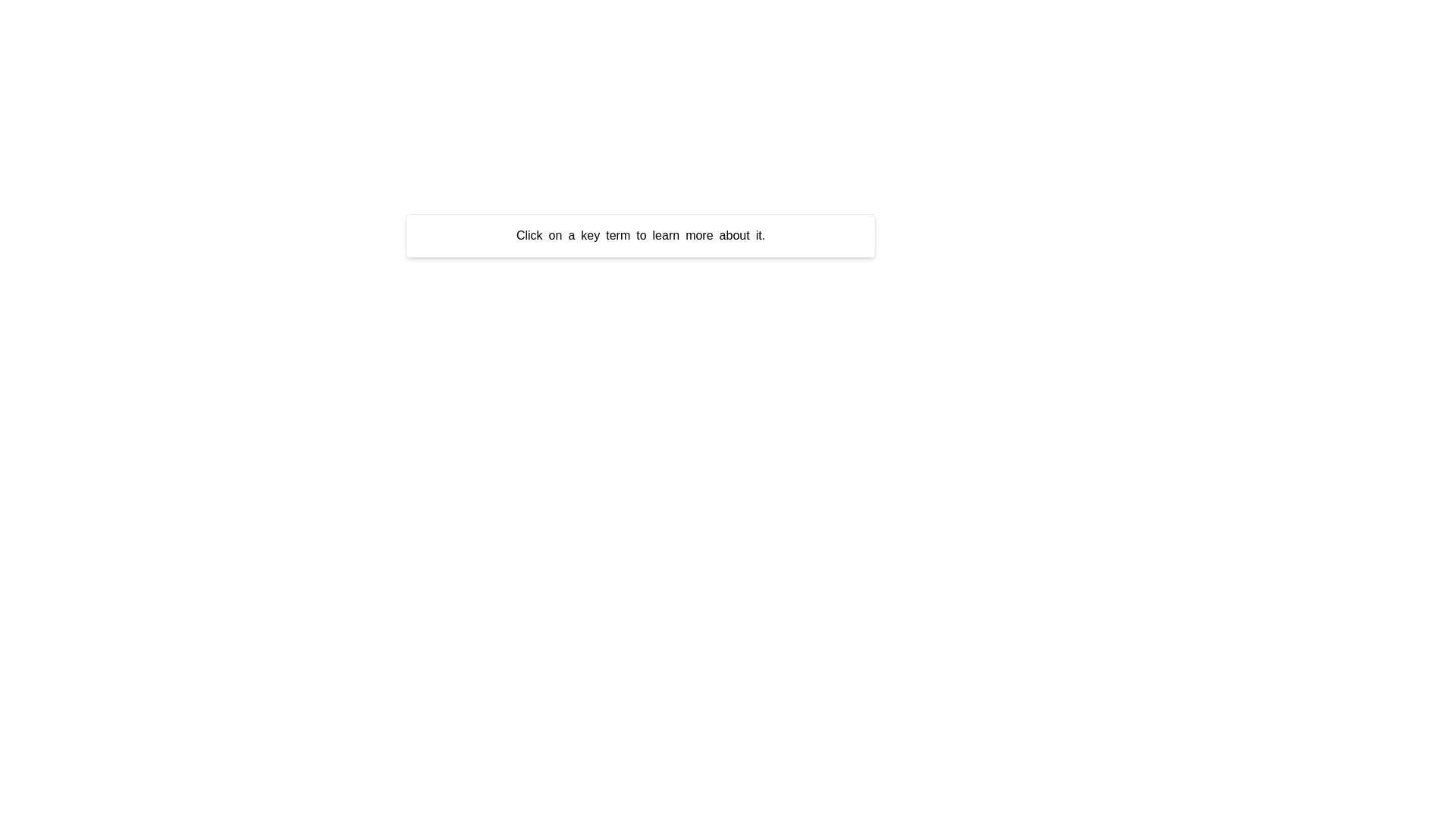  I want to click on the interactive informational text area containing the message 'Click on a key term to learn more about it.', so click(640, 236).